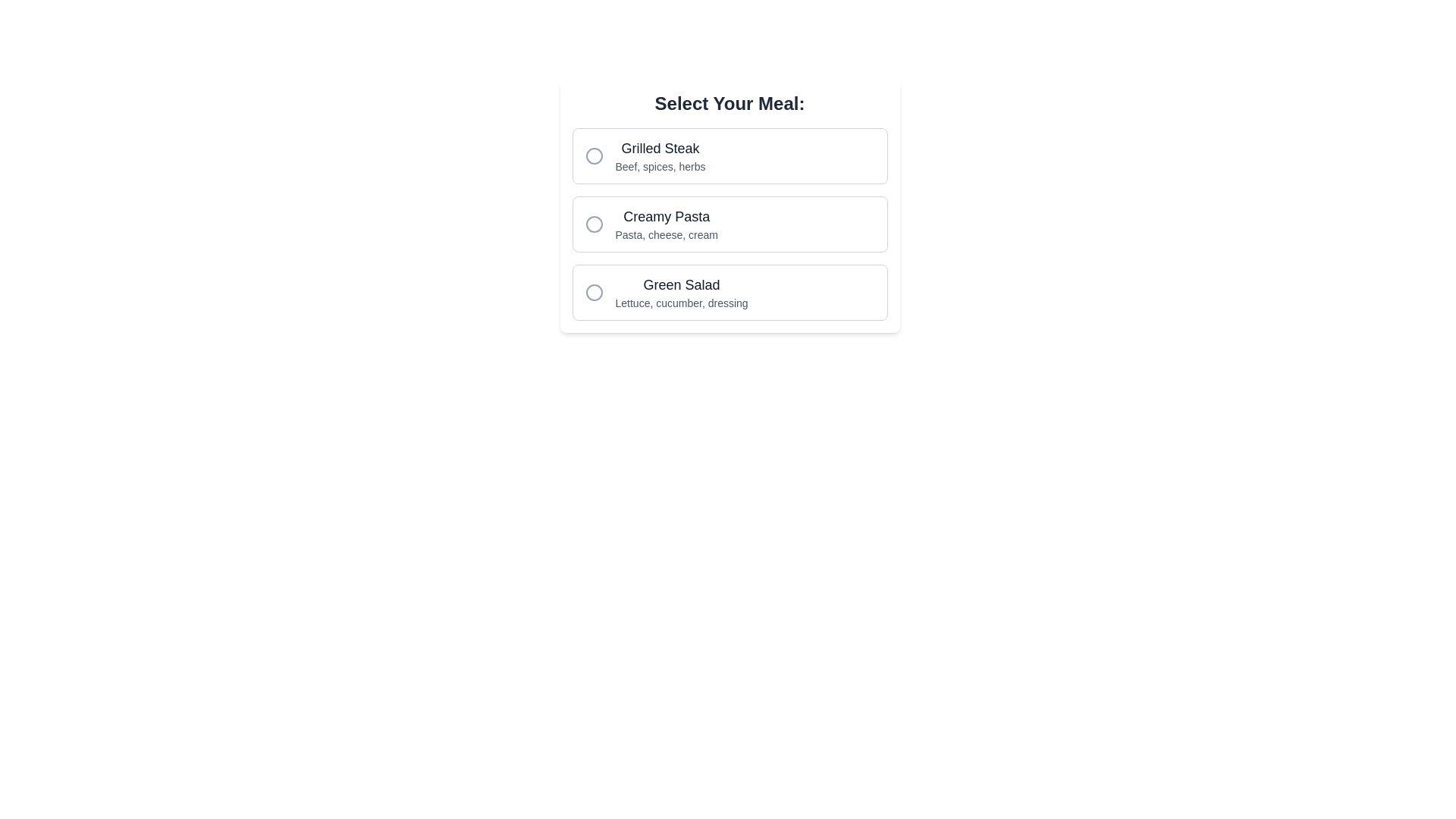 This screenshot has height=819, width=1456. I want to click on the text label for the first meal option, which identifies 'Grilled Steak' and is located above the description 'Beef, spices, herbs.', so click(661, 149).